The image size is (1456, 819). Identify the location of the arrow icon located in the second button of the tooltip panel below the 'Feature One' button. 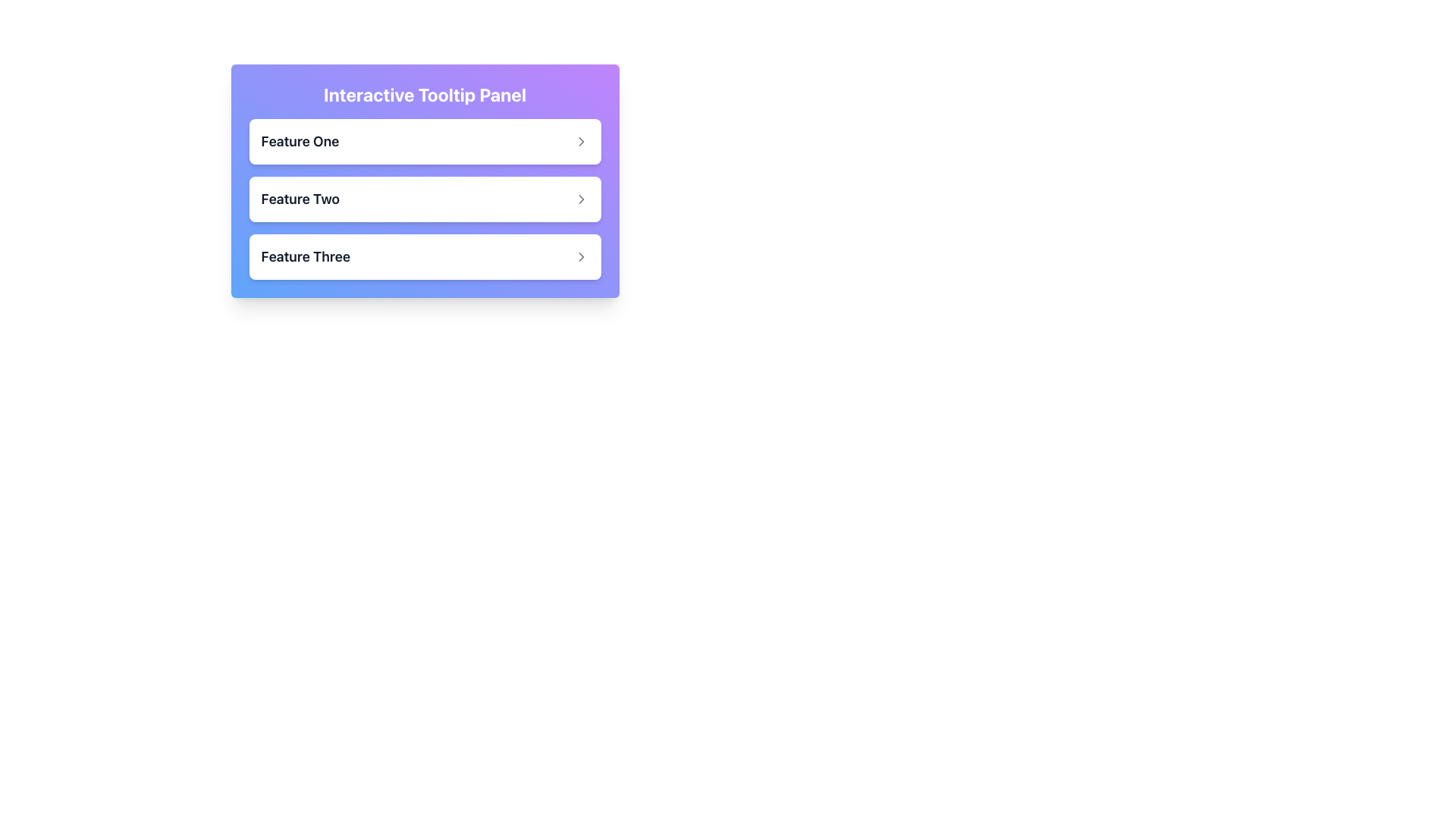
(580, 198).